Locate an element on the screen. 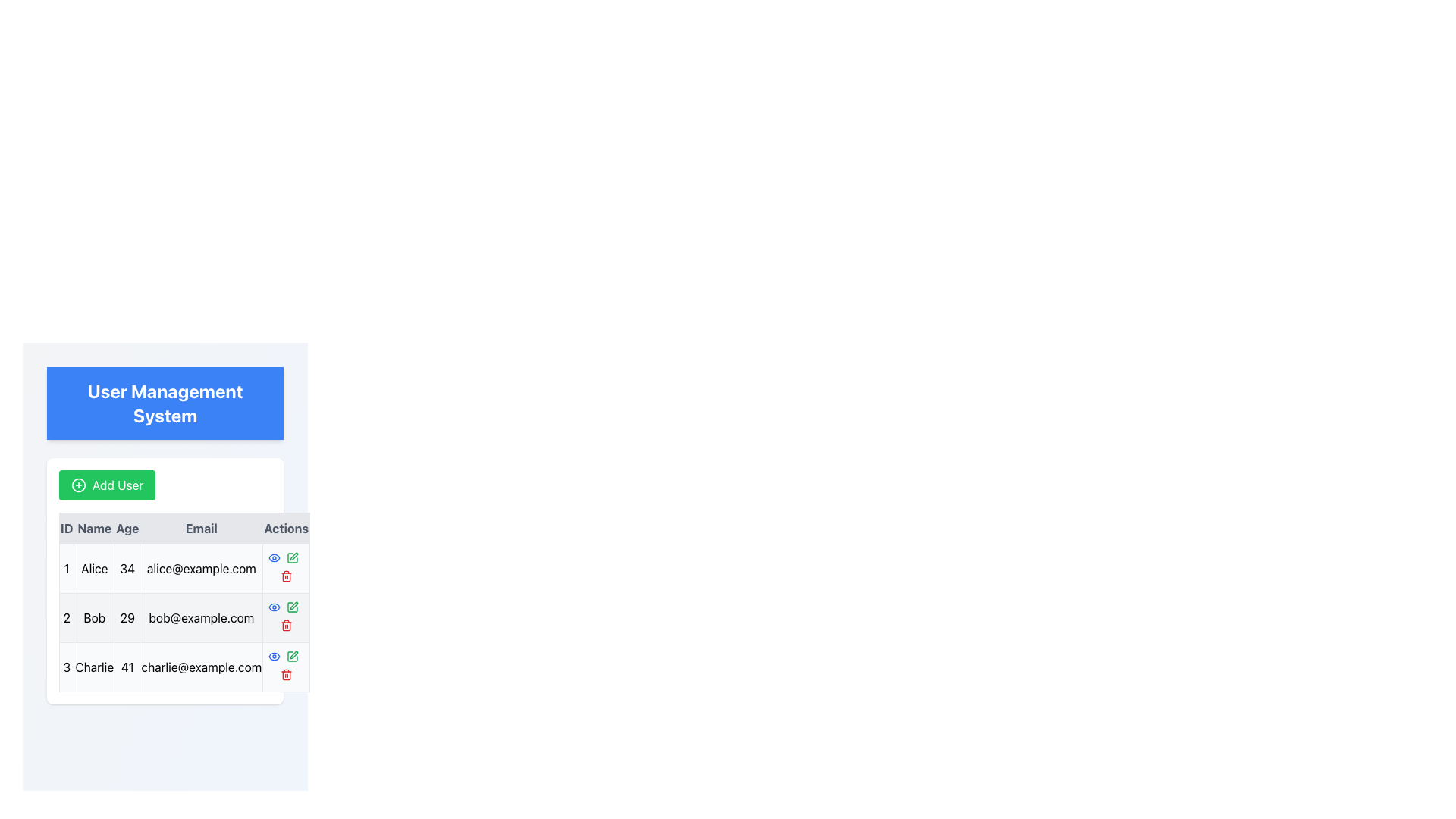 Image resolution: width=1456 pixels, height=819 pixels. the text label displaying 'Alice' in the 'Name' column of the user details table within the User Management System is located at coordinates (93, 568).